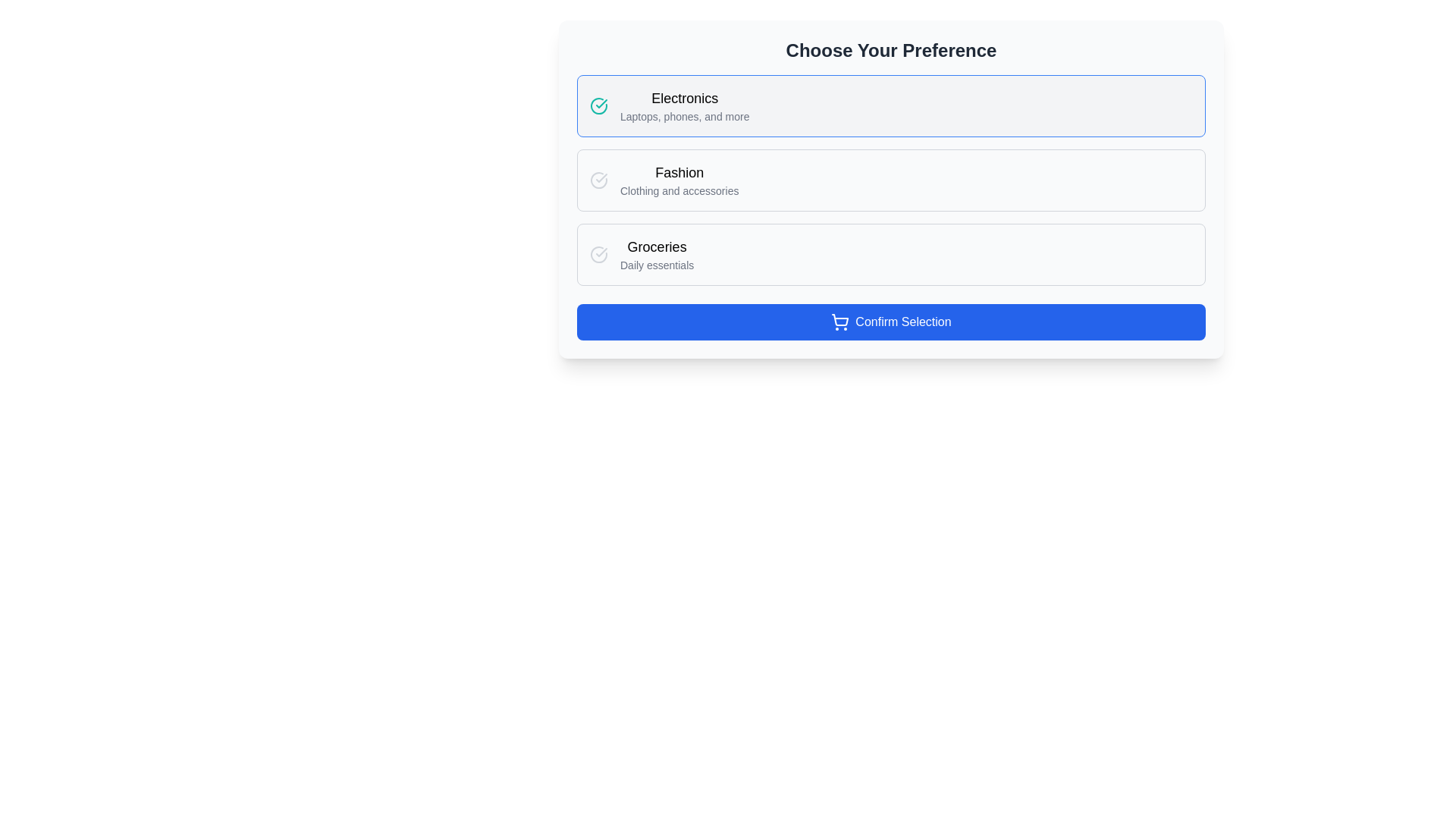  I want to click on the confirmation button located at the bottom of the interface, centered horizontally, next to the shopping cart icon to indicate intent, so click(903, 321).